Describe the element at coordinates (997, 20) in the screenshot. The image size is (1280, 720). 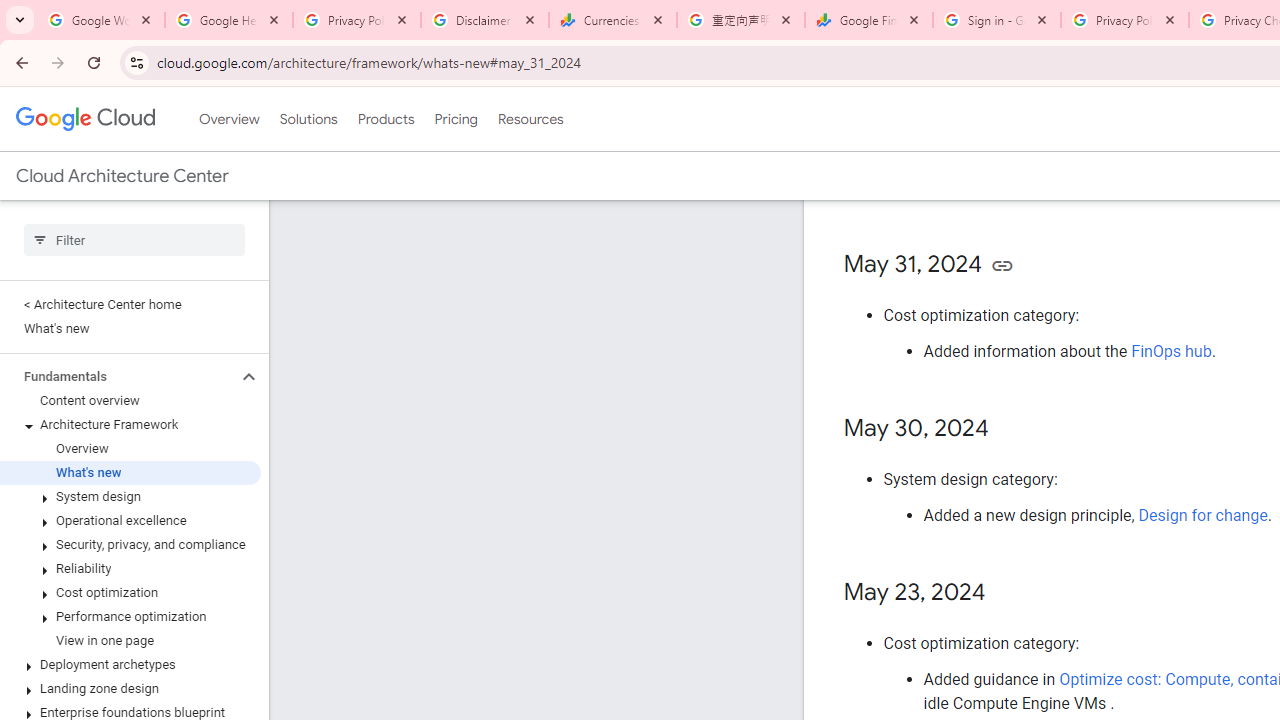
I see `'Sign in - Google Accounts'` at that location.